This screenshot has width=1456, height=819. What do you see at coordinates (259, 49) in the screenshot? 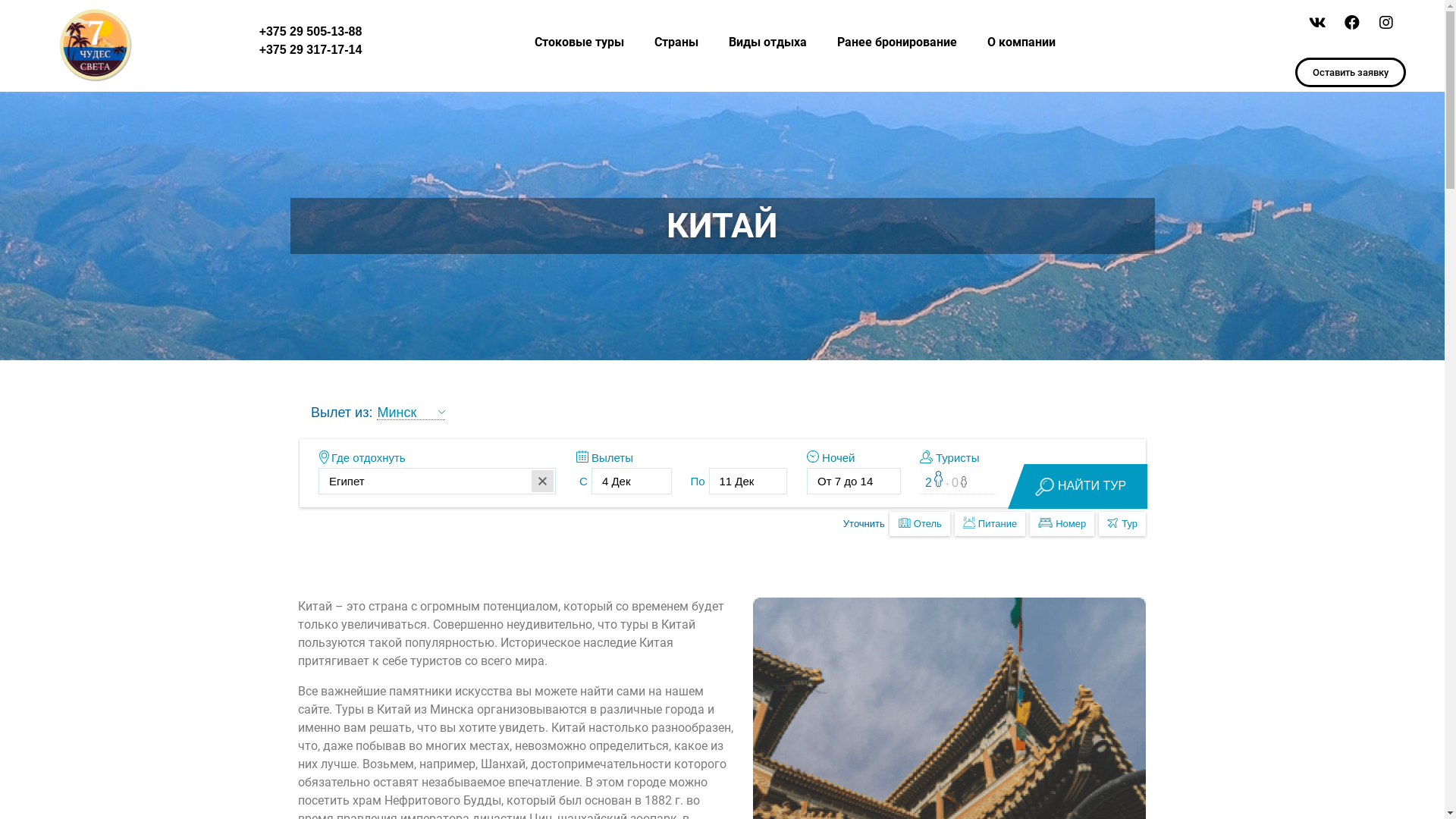
I see `'+375 29 317-17-14'` at bounding box center [259, 49].